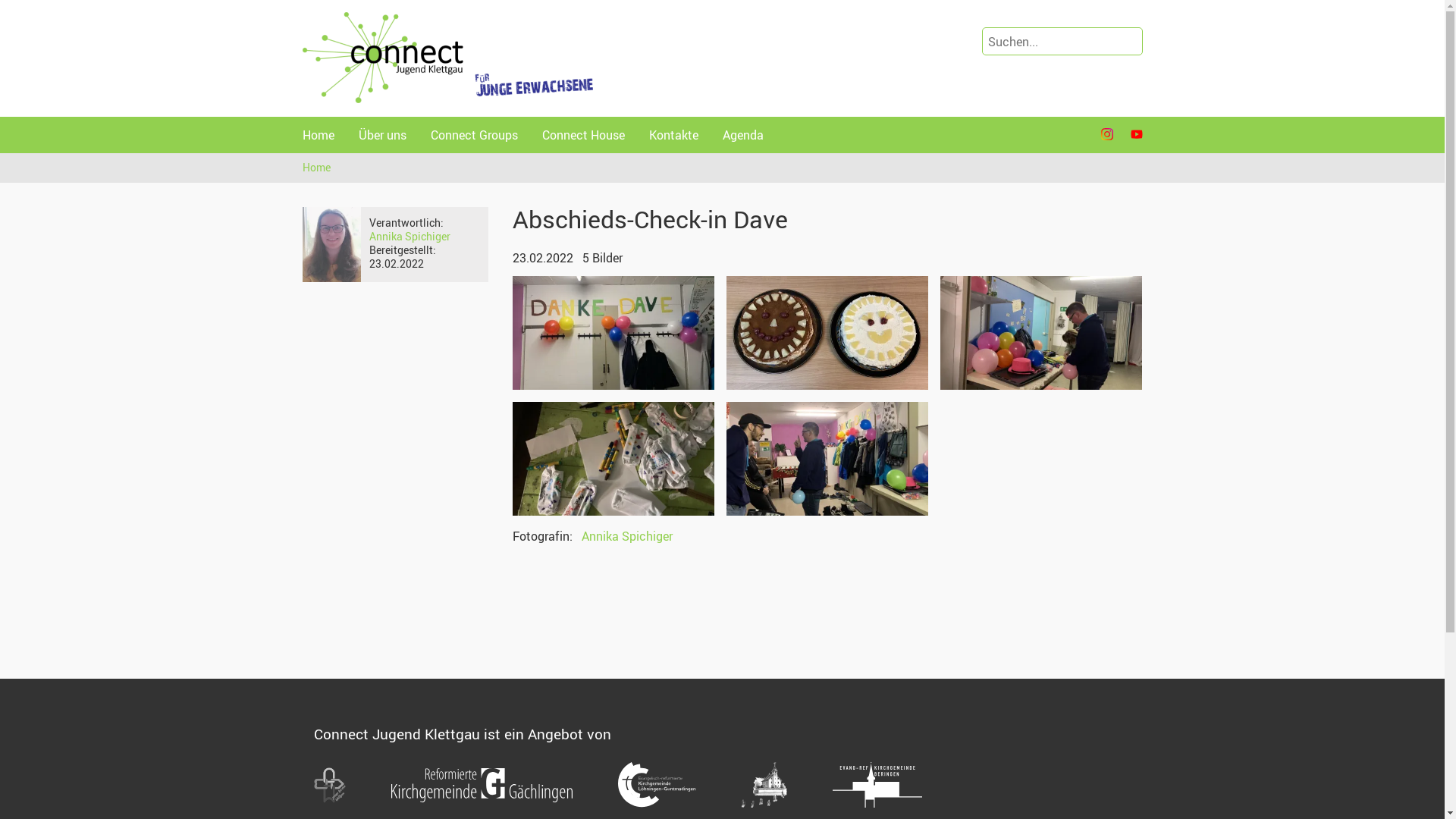  What do you see at coordinates (613, 458) in the screenshot?
I see `'Socken (Foto: Annika Spichiger)'` at bounding box center [613, 458].